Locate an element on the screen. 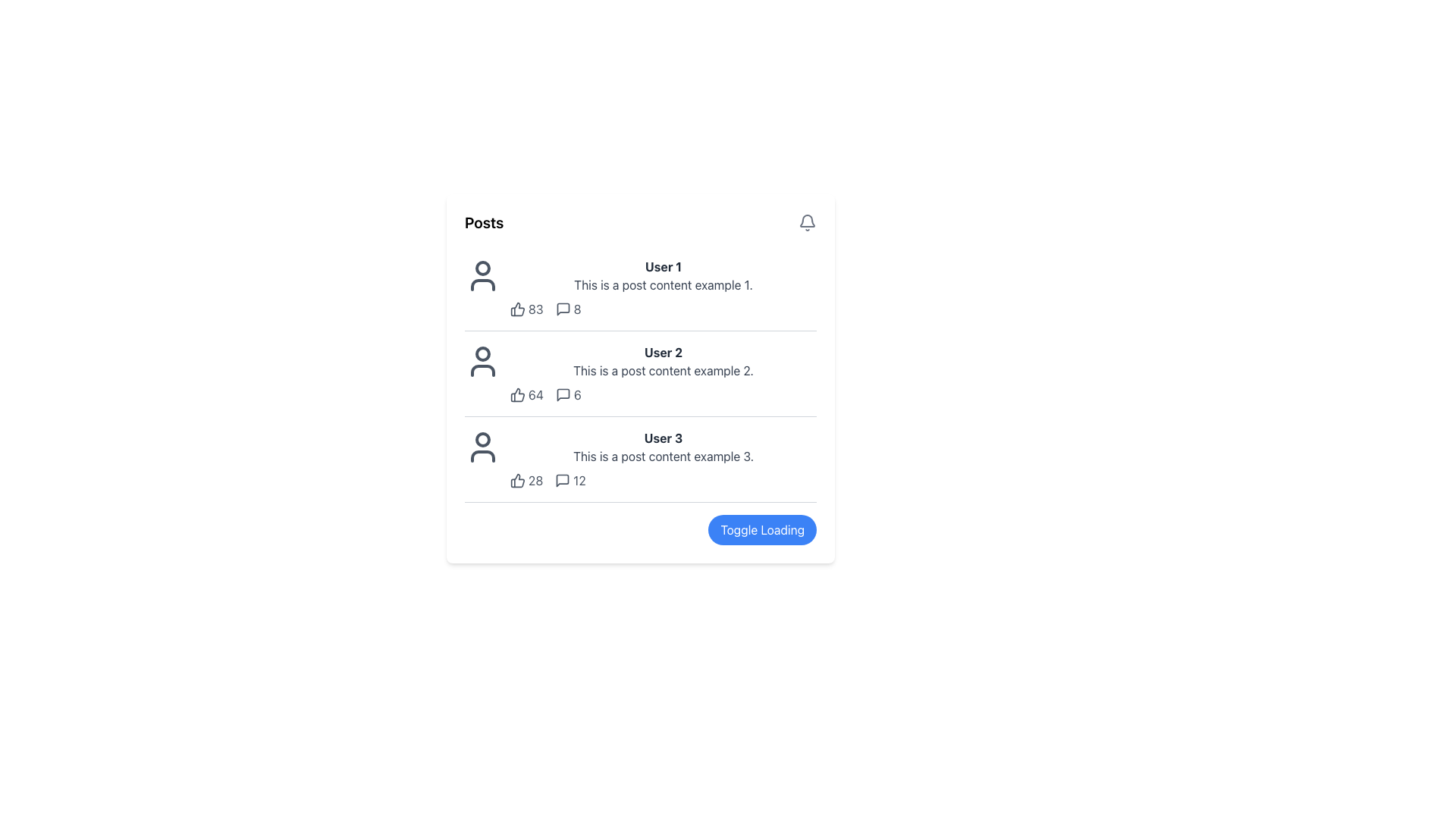 The image size is (1456, 819). the text label that states 'This is a post content example 3.' which is located in the third post below the user label 'User 3' is located at coordinates (663, 455).